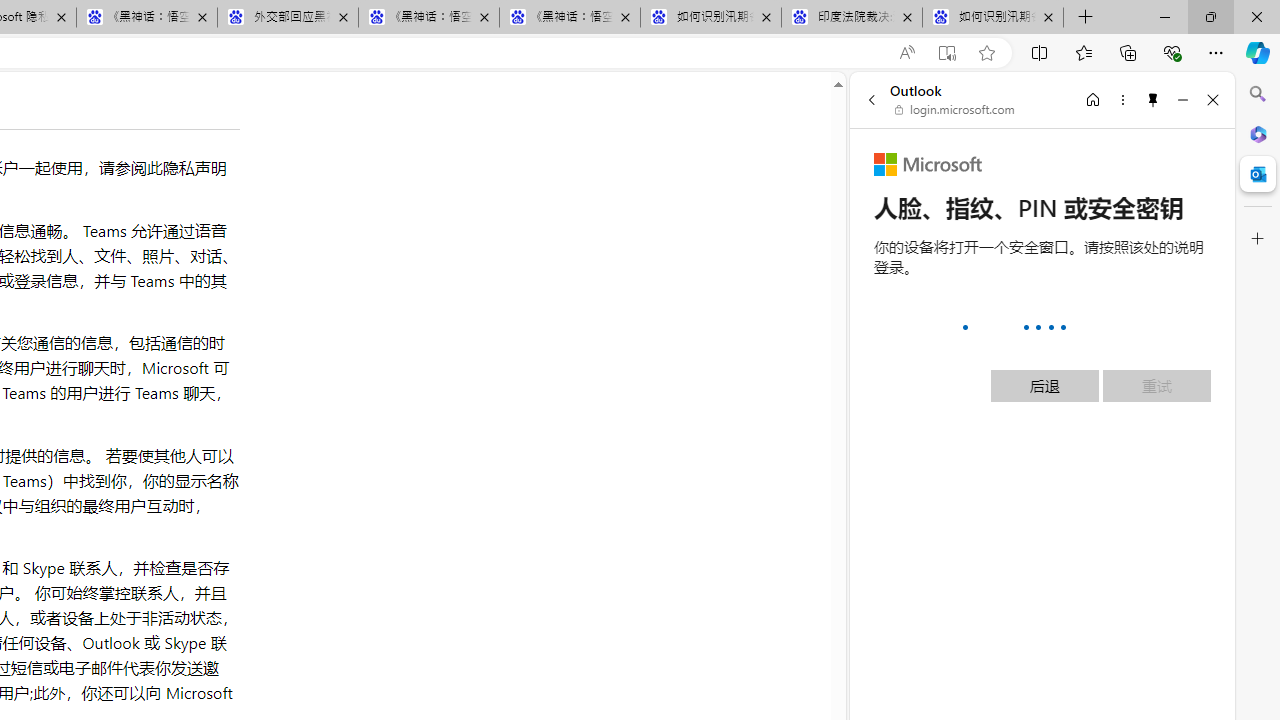  I want to click on 'login.microsoft.com', so click(954, 110).